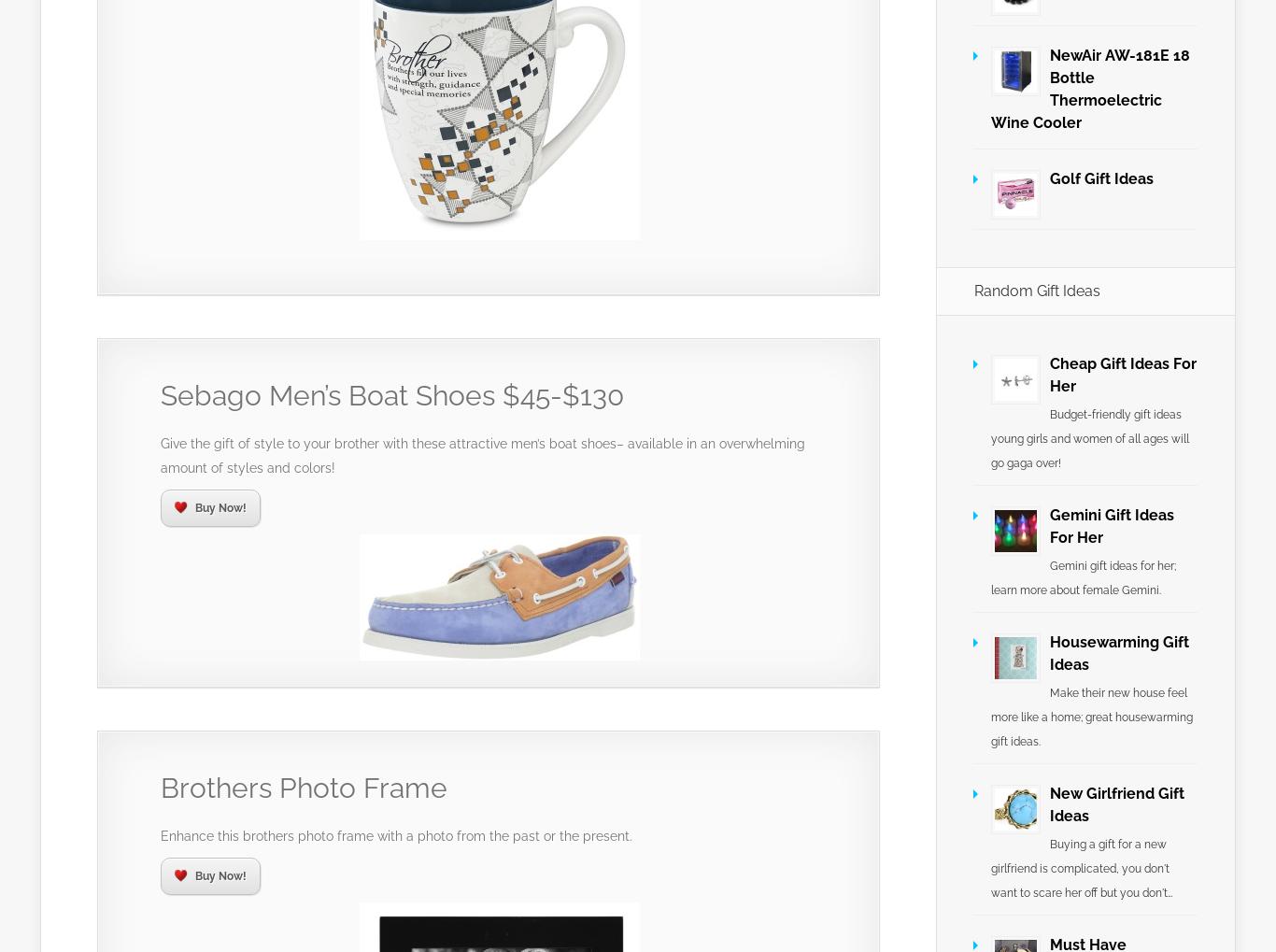 Image resolution: width=1276 pixels, height=952 pixels. Describe the element at coordinates (1112, 525) in the screenshot. I see `'Gemini Gift Ideas For Her'` at that location.